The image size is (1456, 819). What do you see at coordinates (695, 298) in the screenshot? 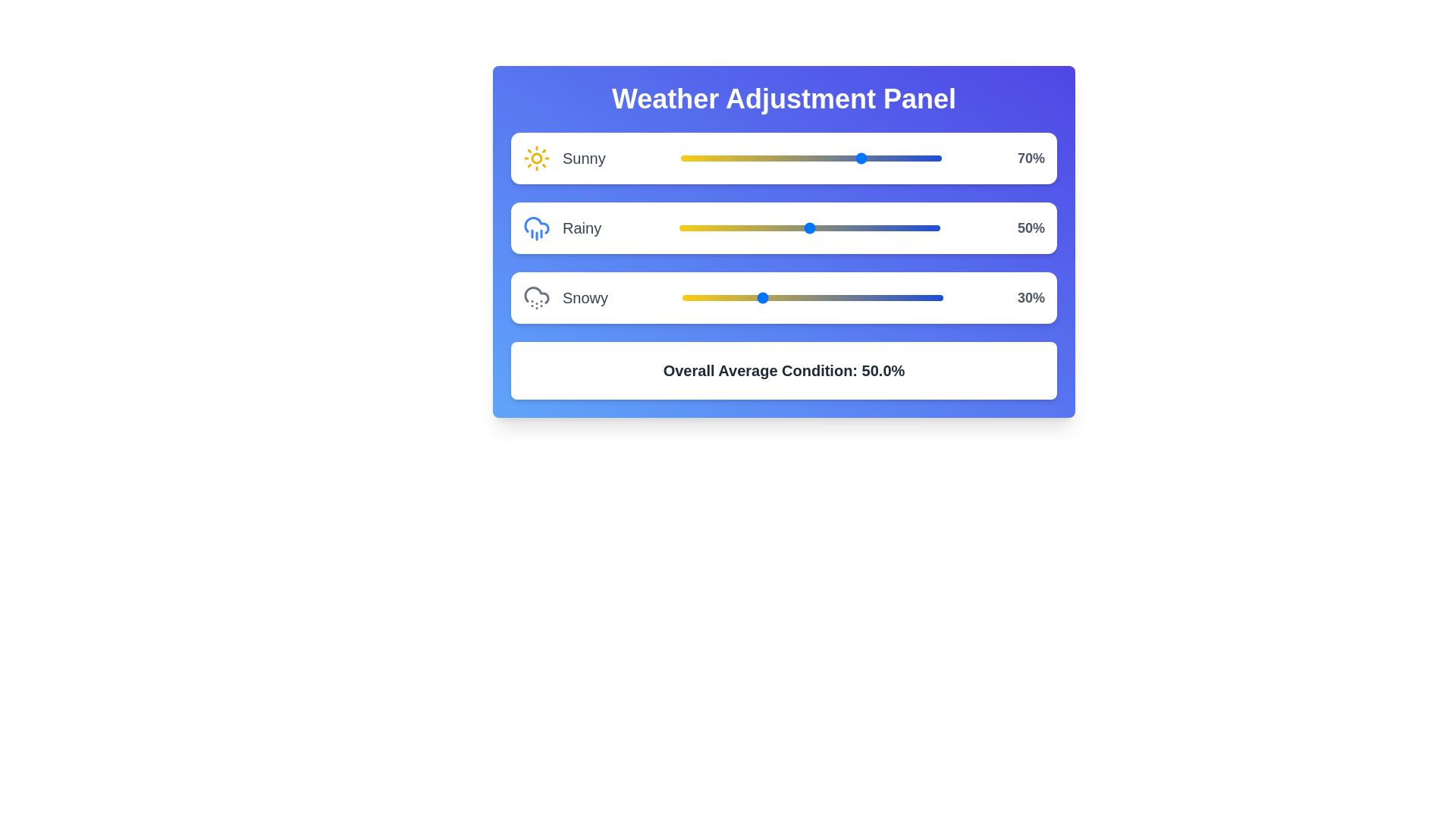
I see `the snowy condition percentage` at bounding box center [695, 298].